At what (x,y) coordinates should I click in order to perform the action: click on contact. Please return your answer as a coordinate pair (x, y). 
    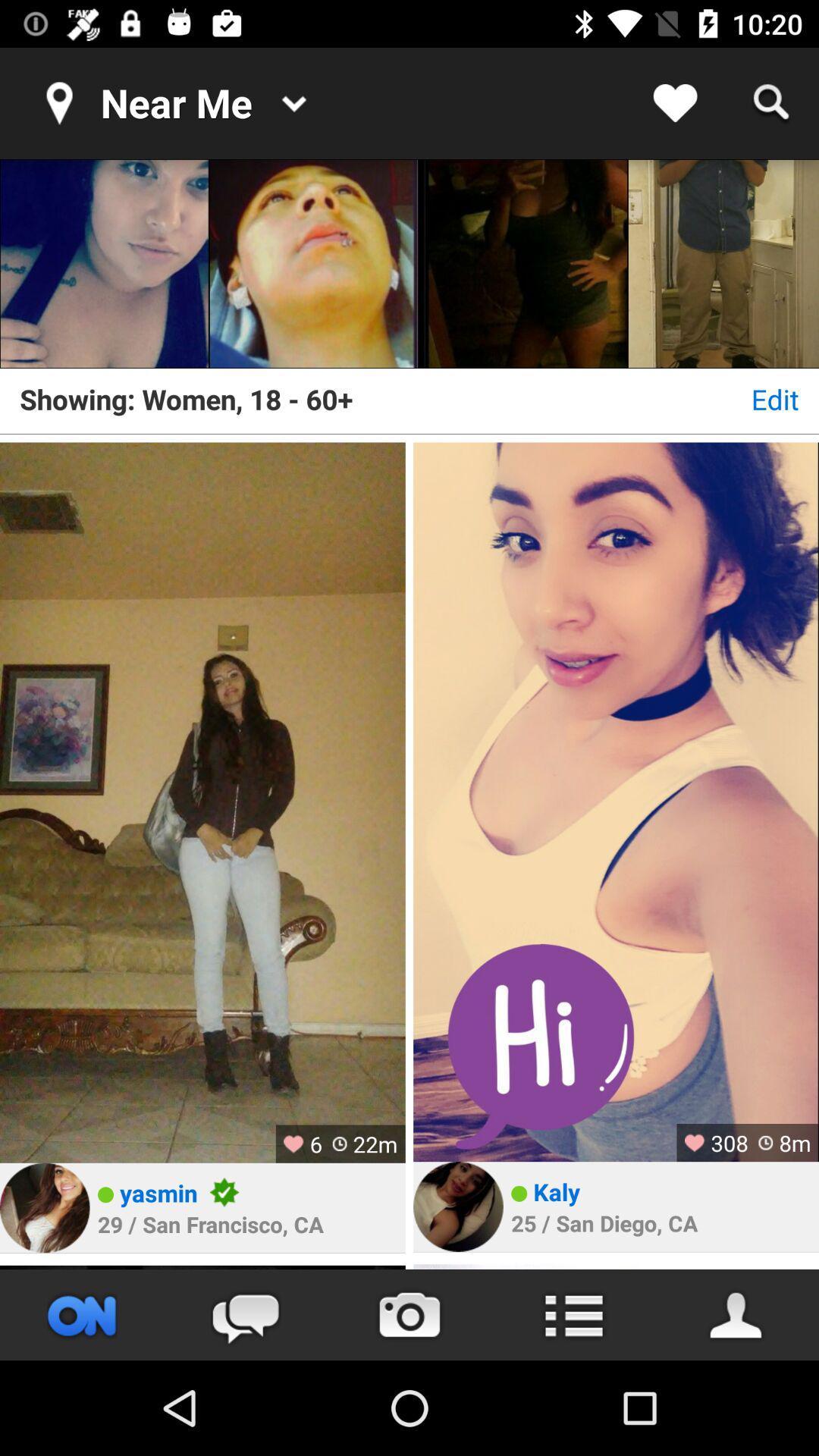
    Looking at the image, I should click on (736, 1314).